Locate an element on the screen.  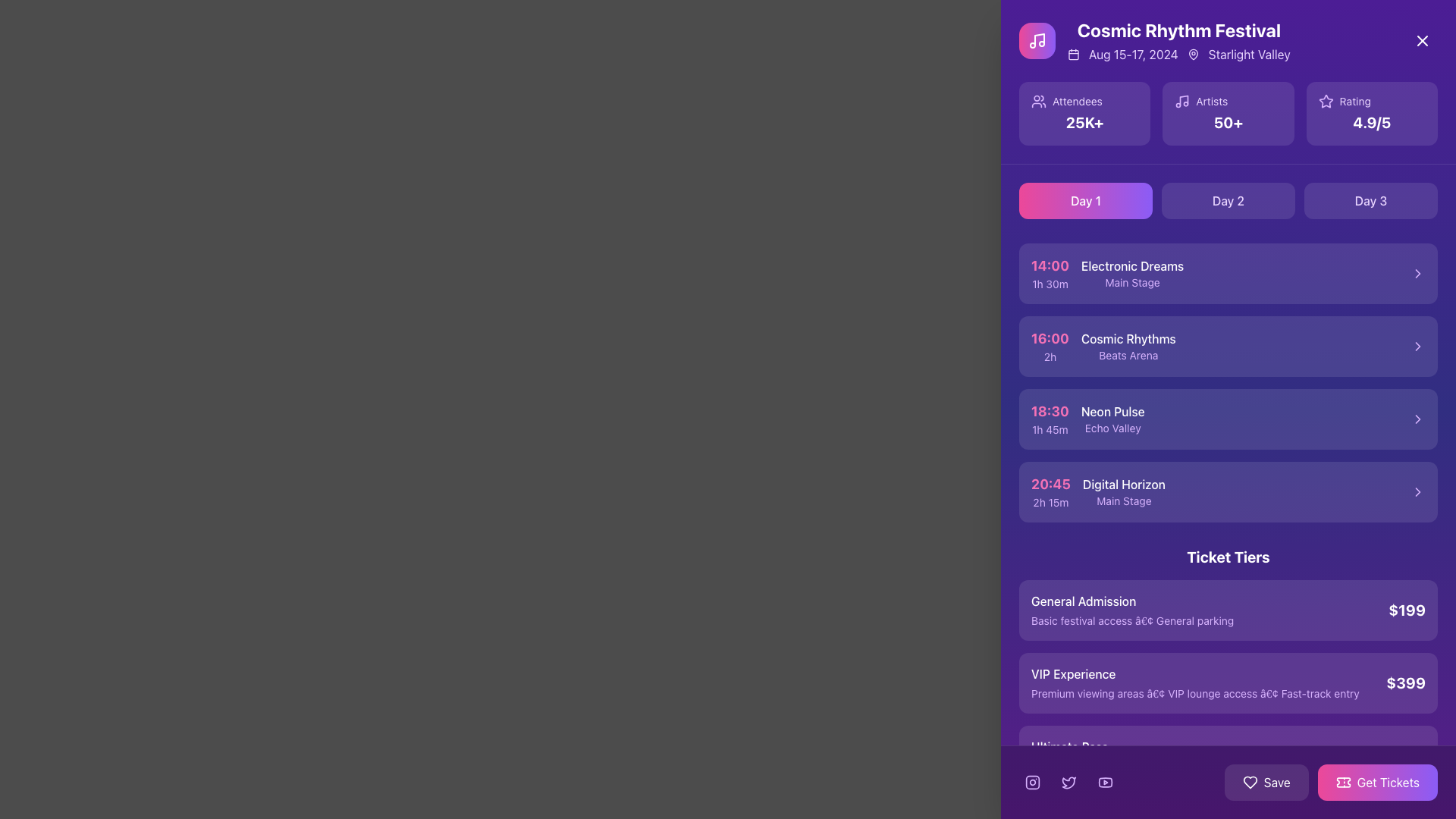
the second icon in the row of three social media icons at the bottom of the interface is located at coordinates (1068, 783).